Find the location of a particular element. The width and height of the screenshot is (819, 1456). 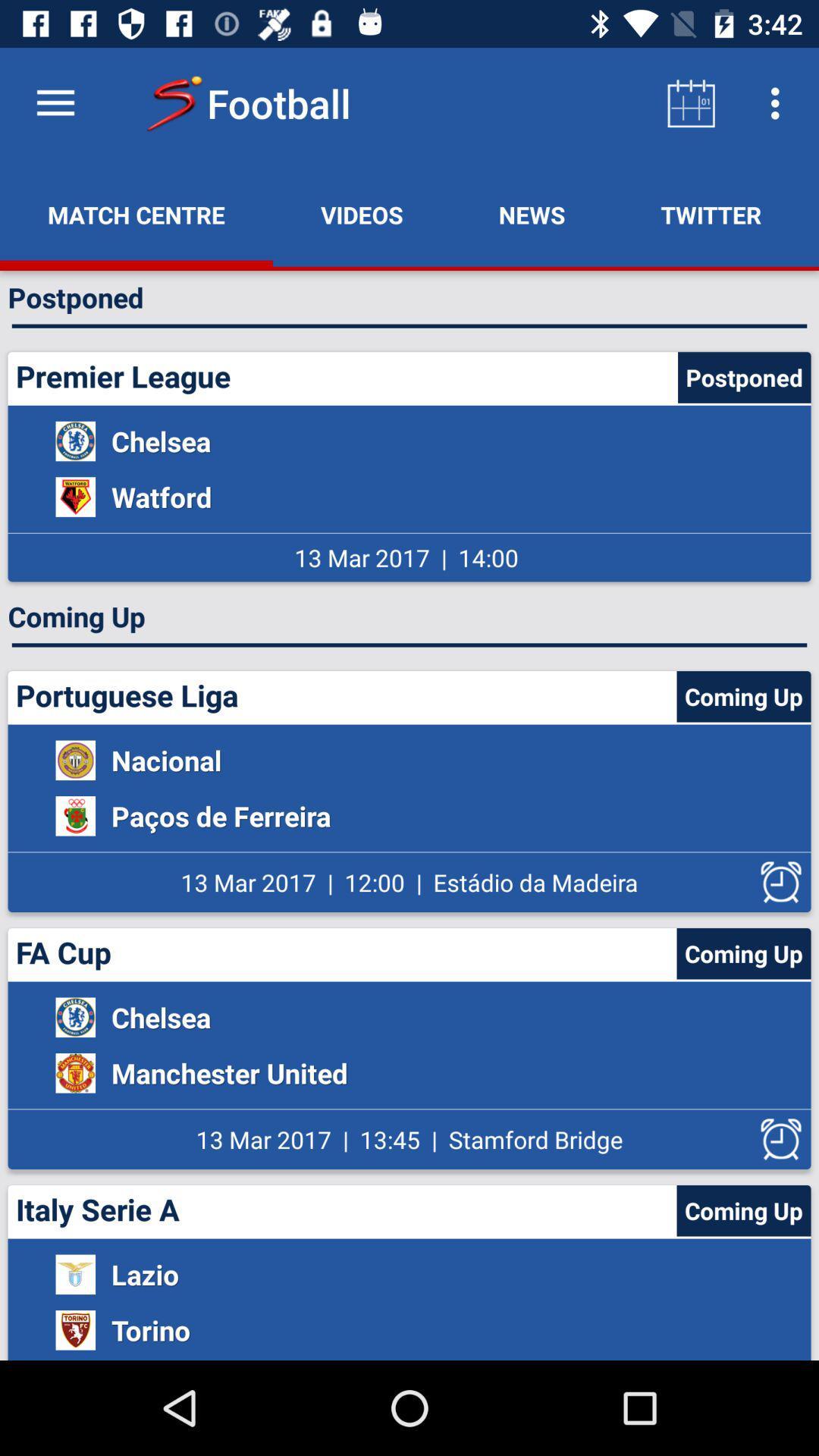

click on the menu option is located at coordinates (55, 102).